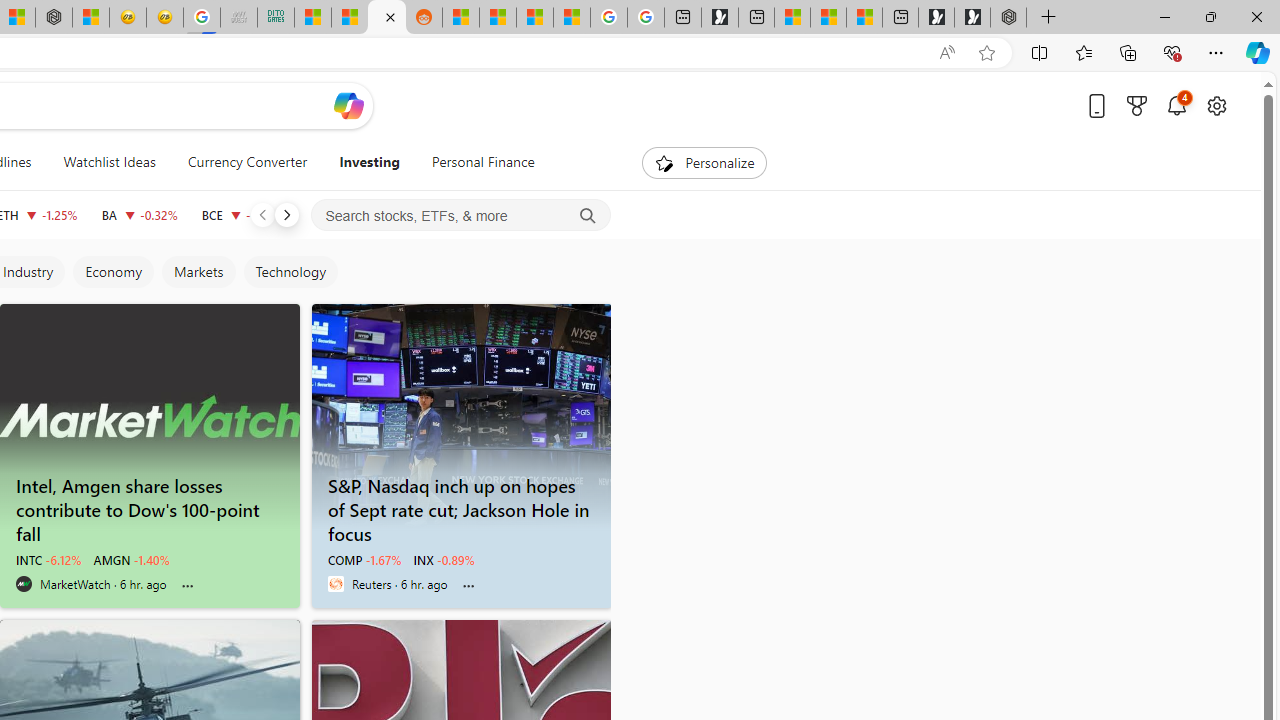  Describe the element at coordinates (986, 52) in the screenshot. I see `'Add this page to favorites (Ctrl+D)'` at that location.